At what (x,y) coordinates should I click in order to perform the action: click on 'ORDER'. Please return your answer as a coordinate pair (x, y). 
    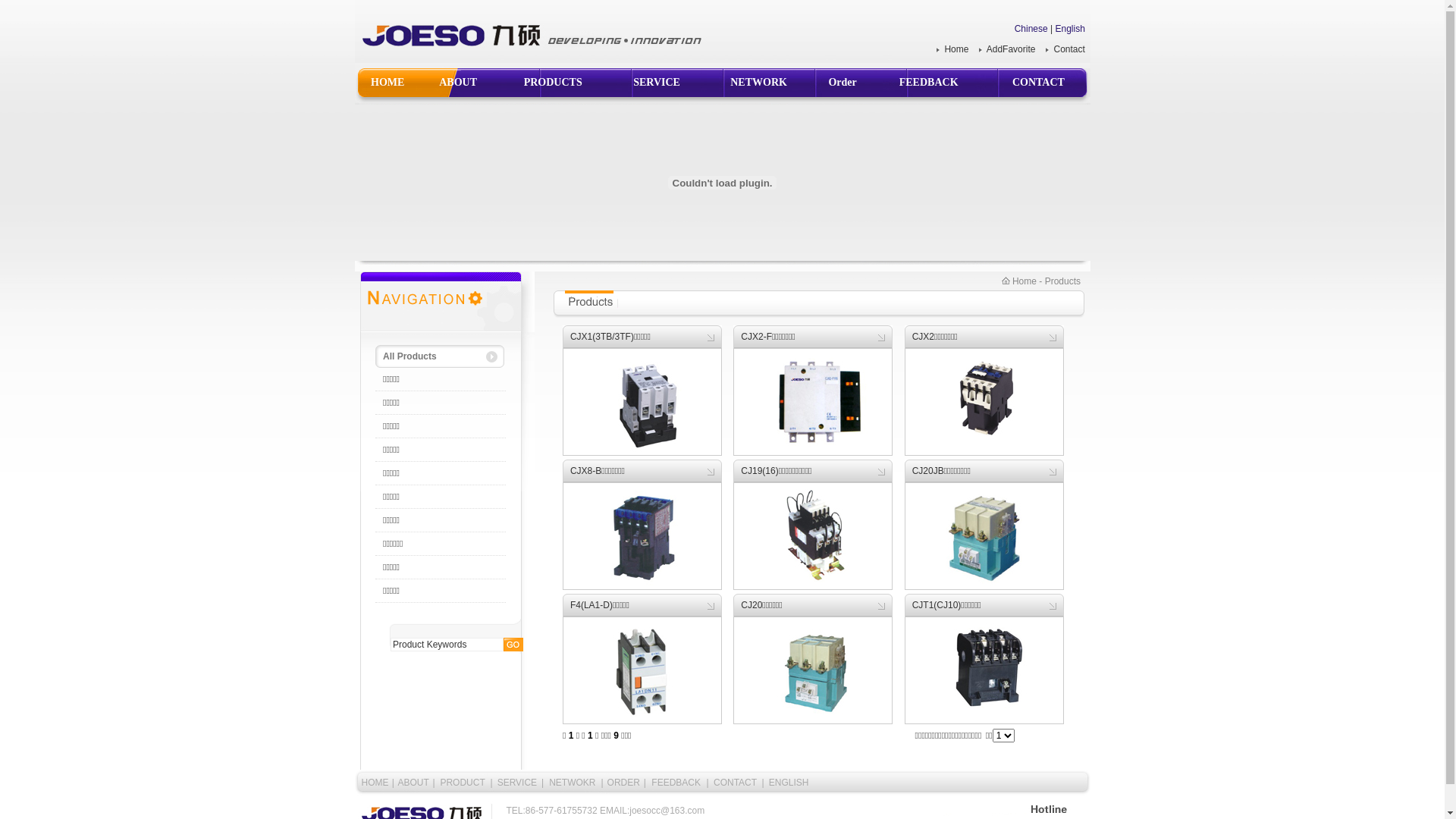
    Looking at the image, I should click on (623, 783).